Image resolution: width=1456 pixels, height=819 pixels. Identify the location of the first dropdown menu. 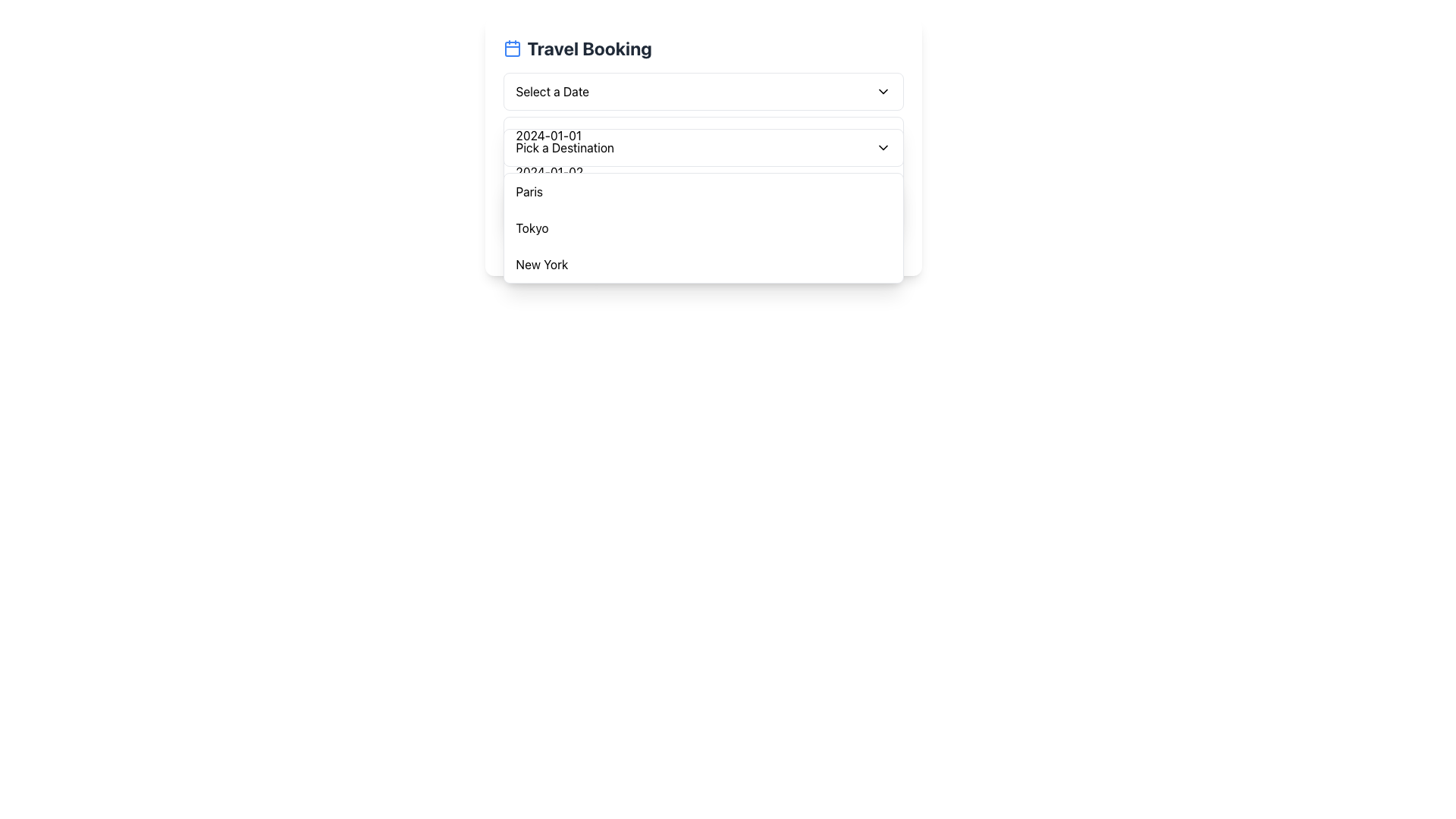
(702, 91).